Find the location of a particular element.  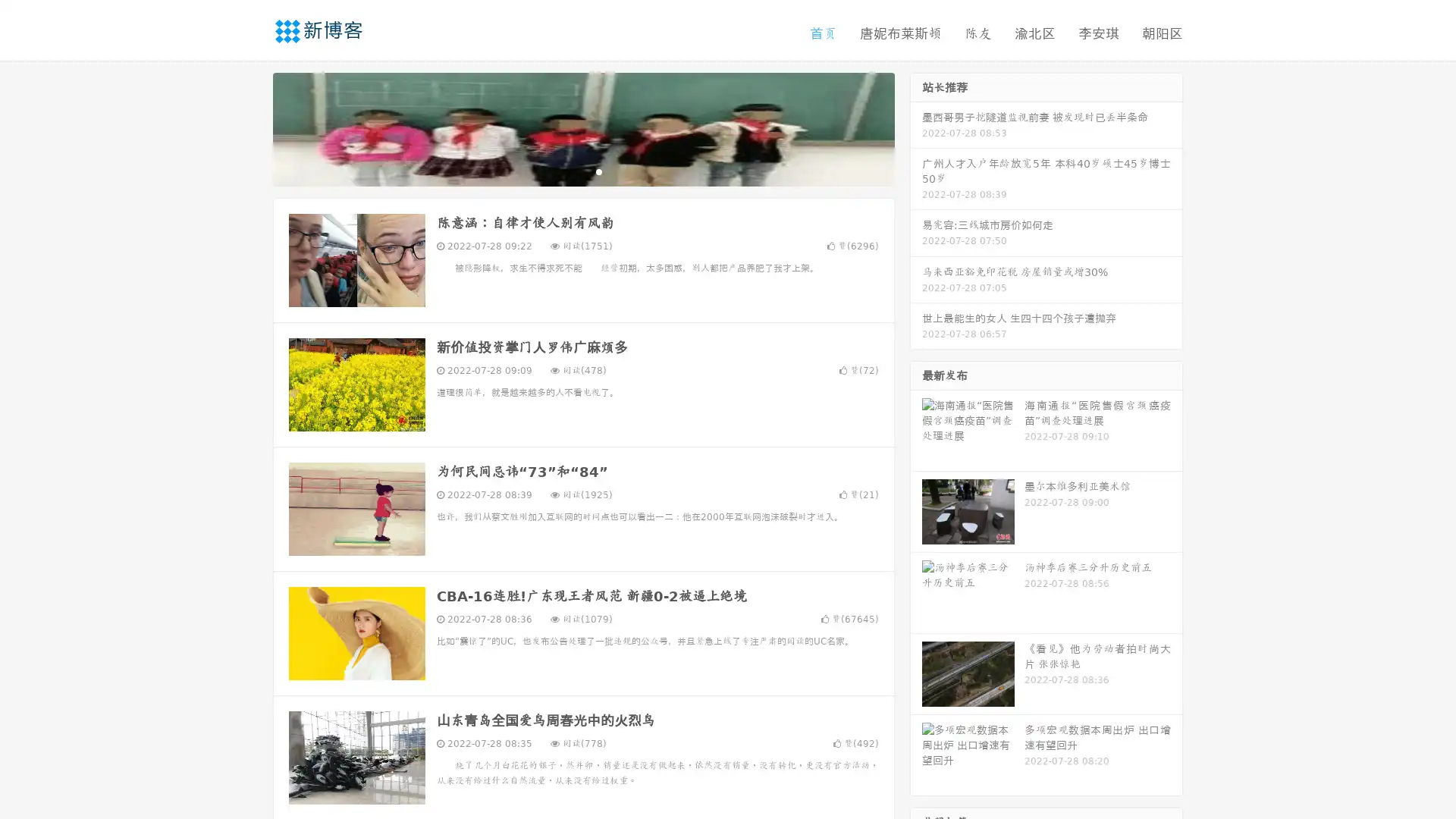

Previous slide is located at coordinates (250, 127).